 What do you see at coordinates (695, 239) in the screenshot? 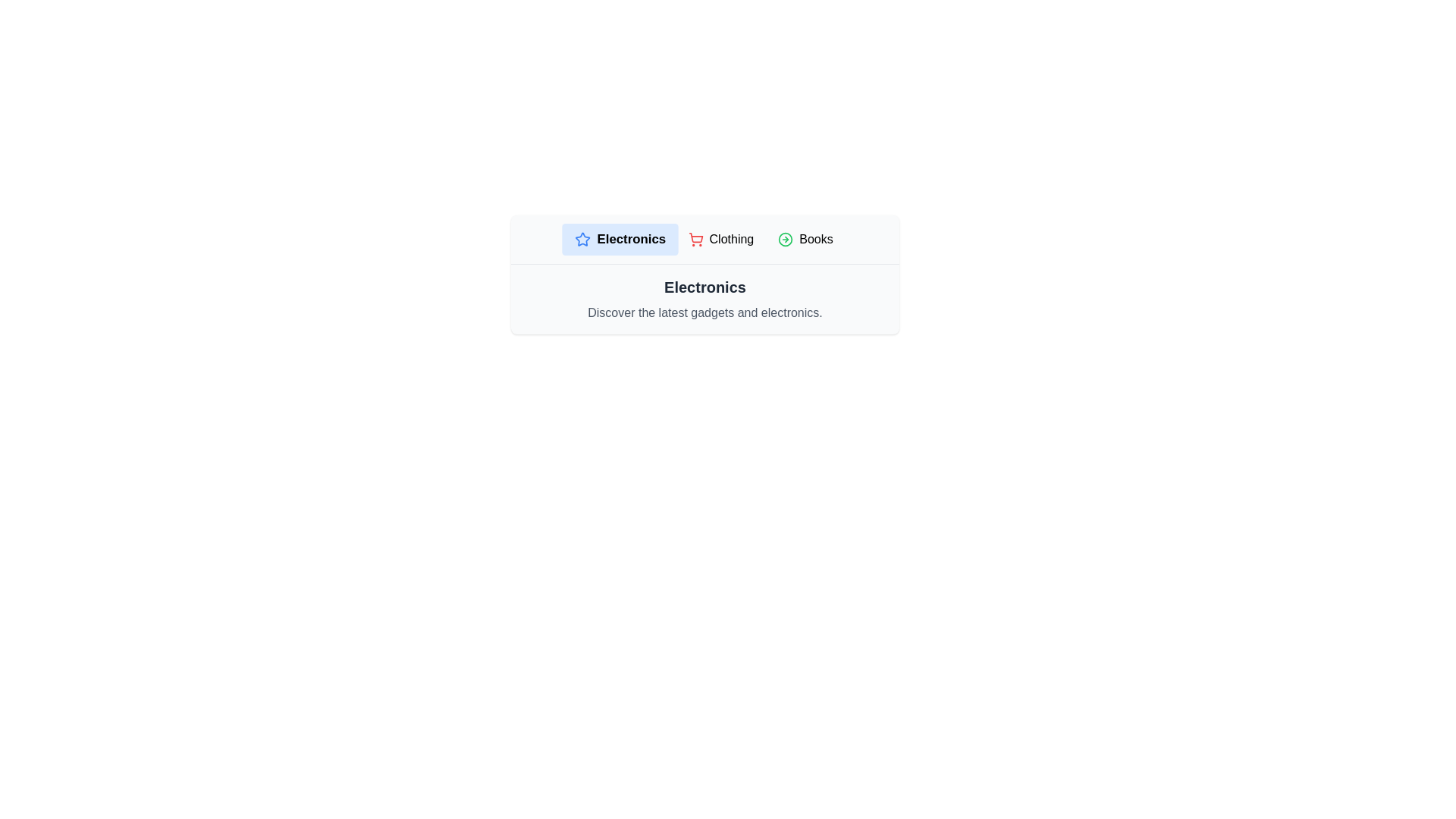
I see `the icon for the Clothing category to observe its visual representation` at bounding box center [695, 239].